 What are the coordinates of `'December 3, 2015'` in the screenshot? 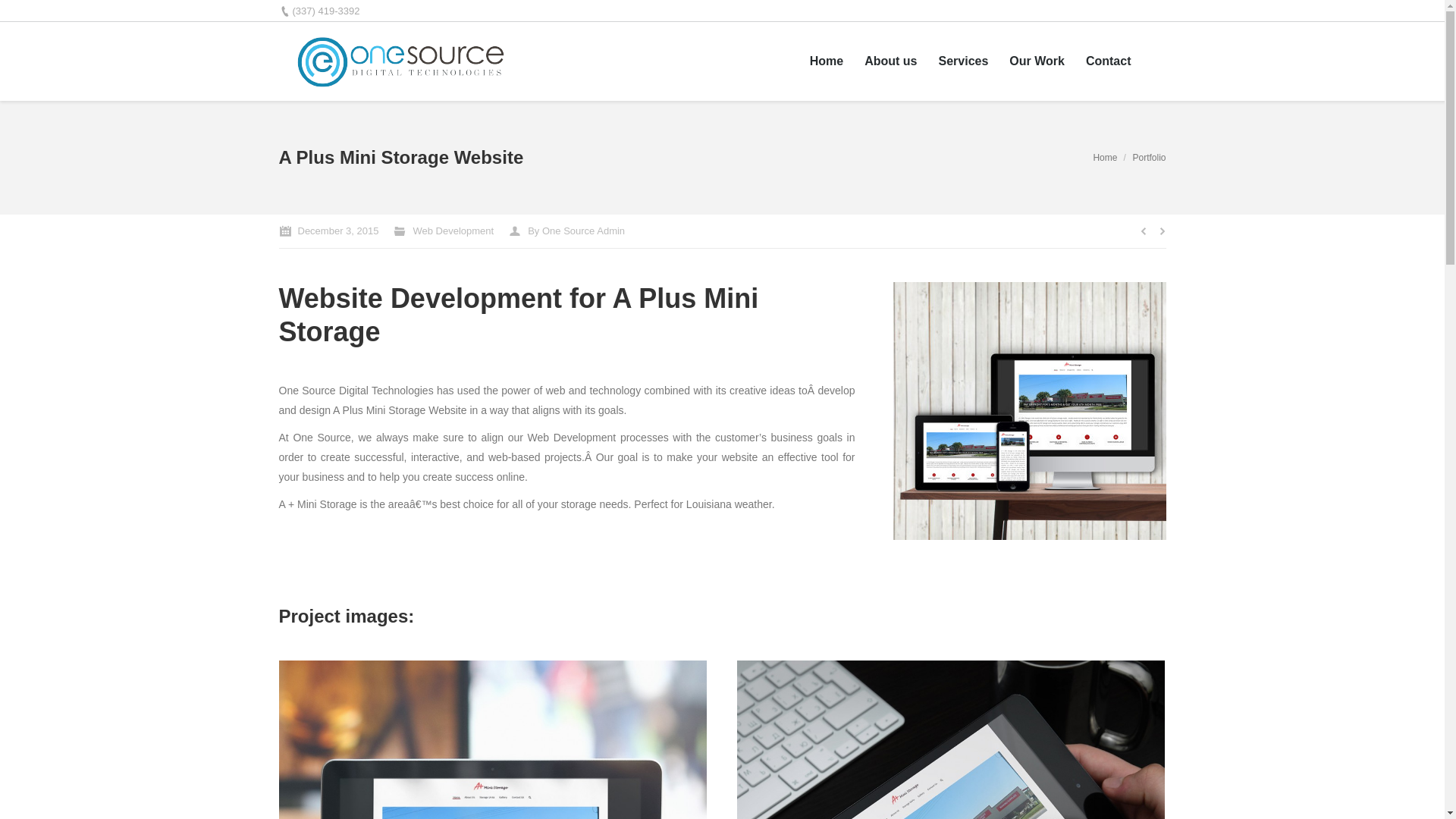 It's located at (328, 231).